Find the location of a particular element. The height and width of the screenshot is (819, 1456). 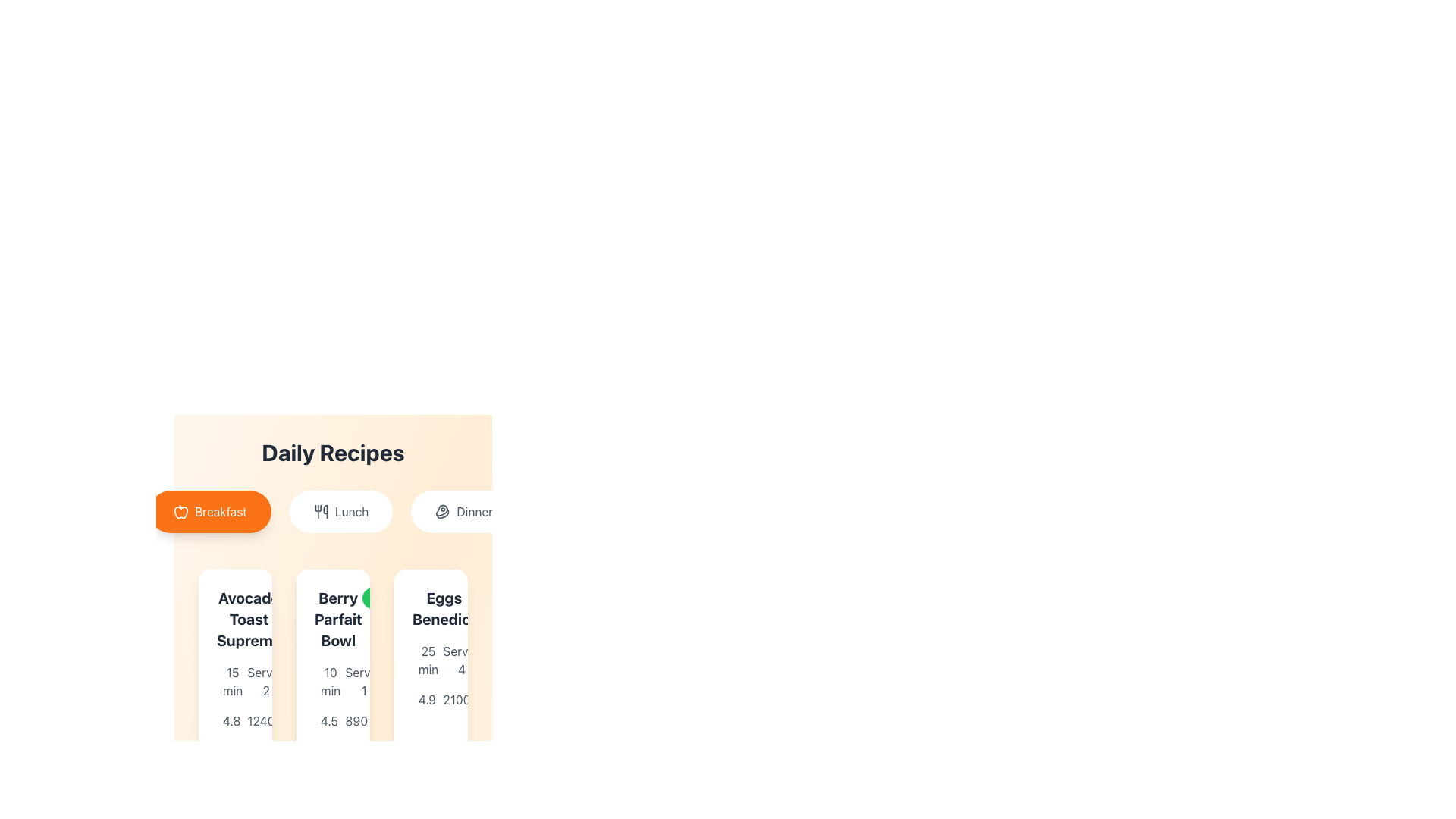

the label displaying '10 min' with an orange clock icon, which is part of the recipe description for 'Berry Parfait Bowl' is located at coordinates (320, 680).